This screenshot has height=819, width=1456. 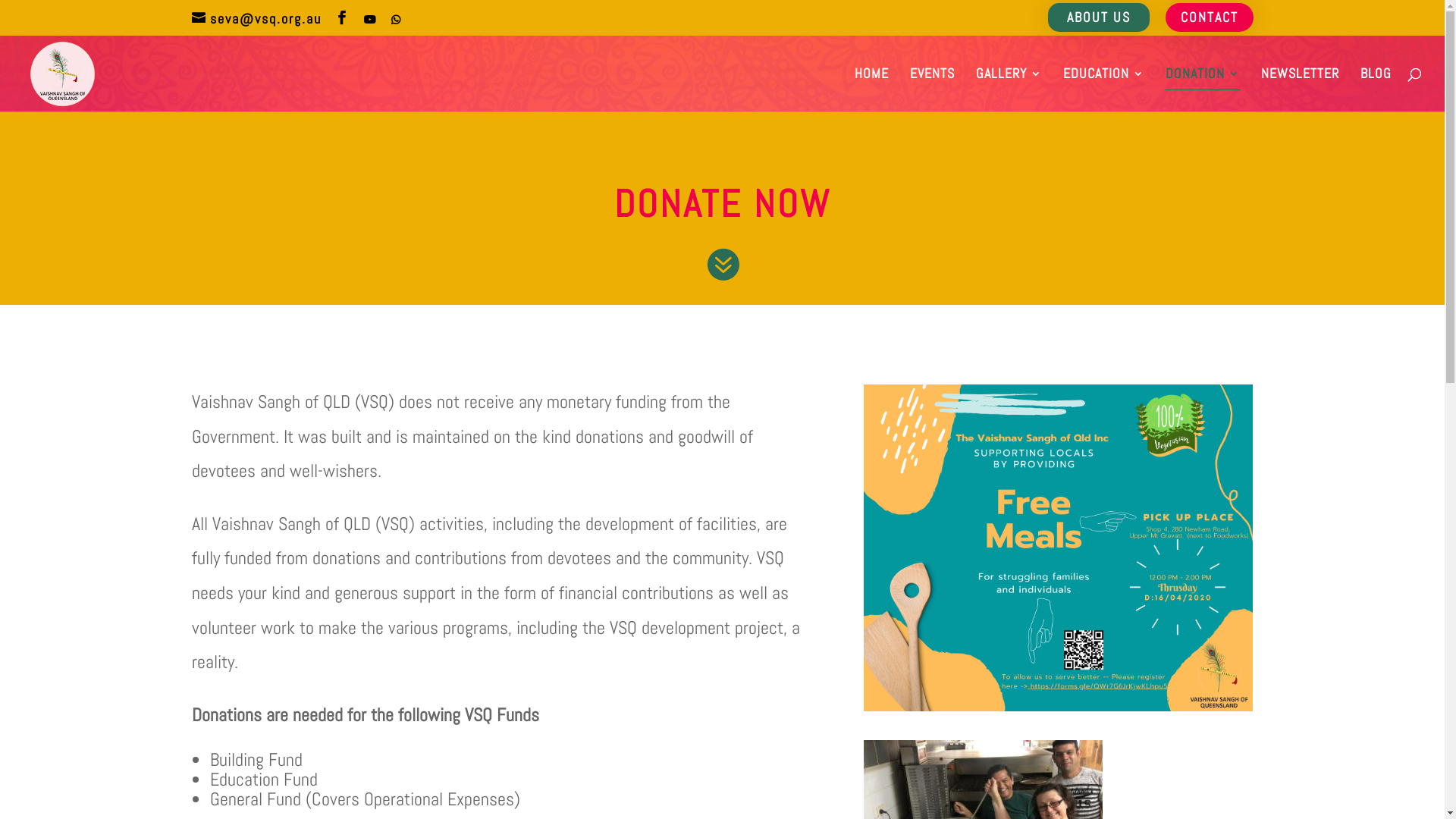 I want to click on 'VSQ Event Covid', so click(x=1058, y=548).